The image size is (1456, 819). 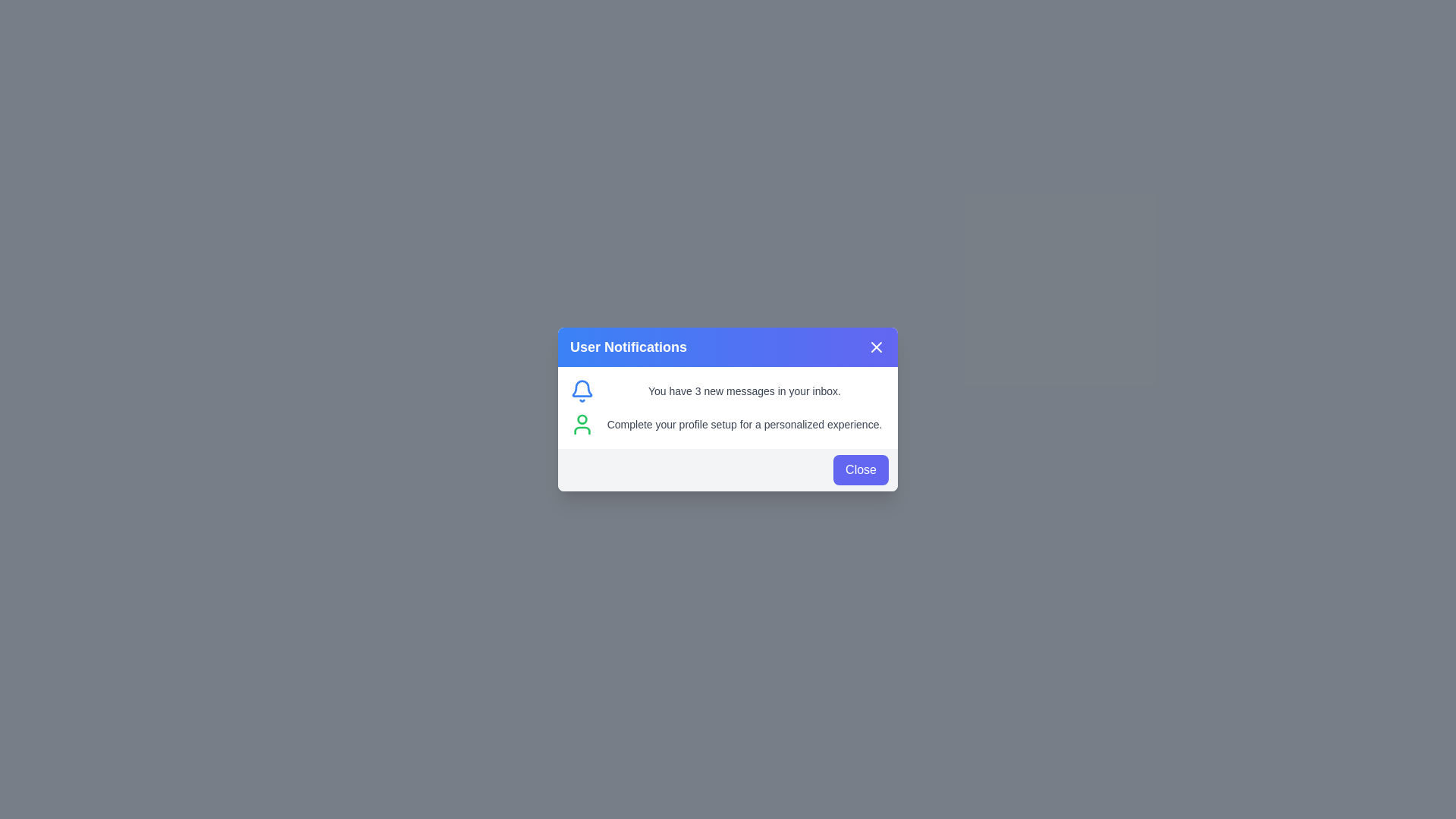 I want to click on the blue 'Close' button with rounded corners located in the lower-right corner of the notification dialog, so click(x=860, y=469).